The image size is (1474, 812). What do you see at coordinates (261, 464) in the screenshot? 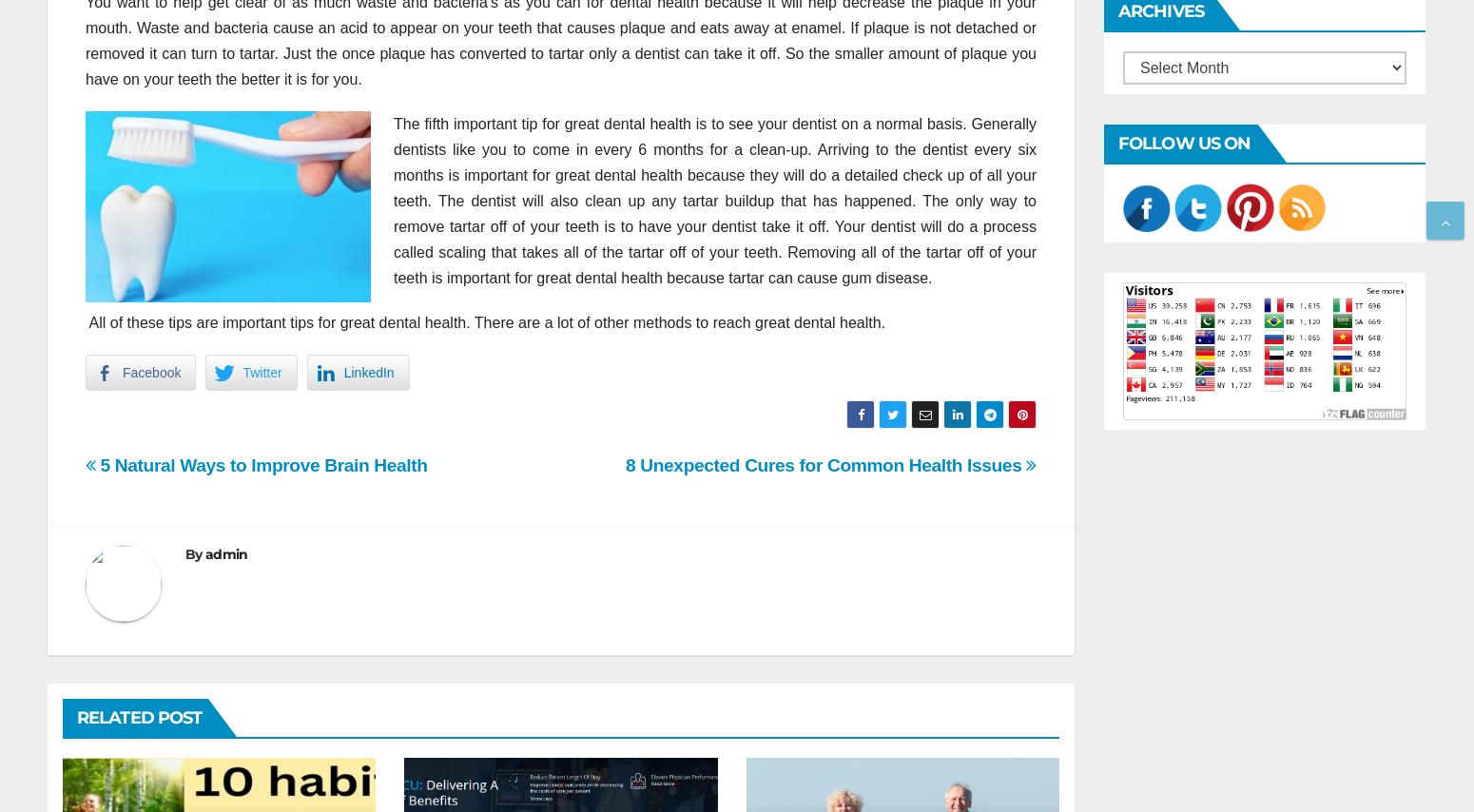
I see `'5 Natural Ways to Improve Brain Health'` at bounding box center [261, 464].